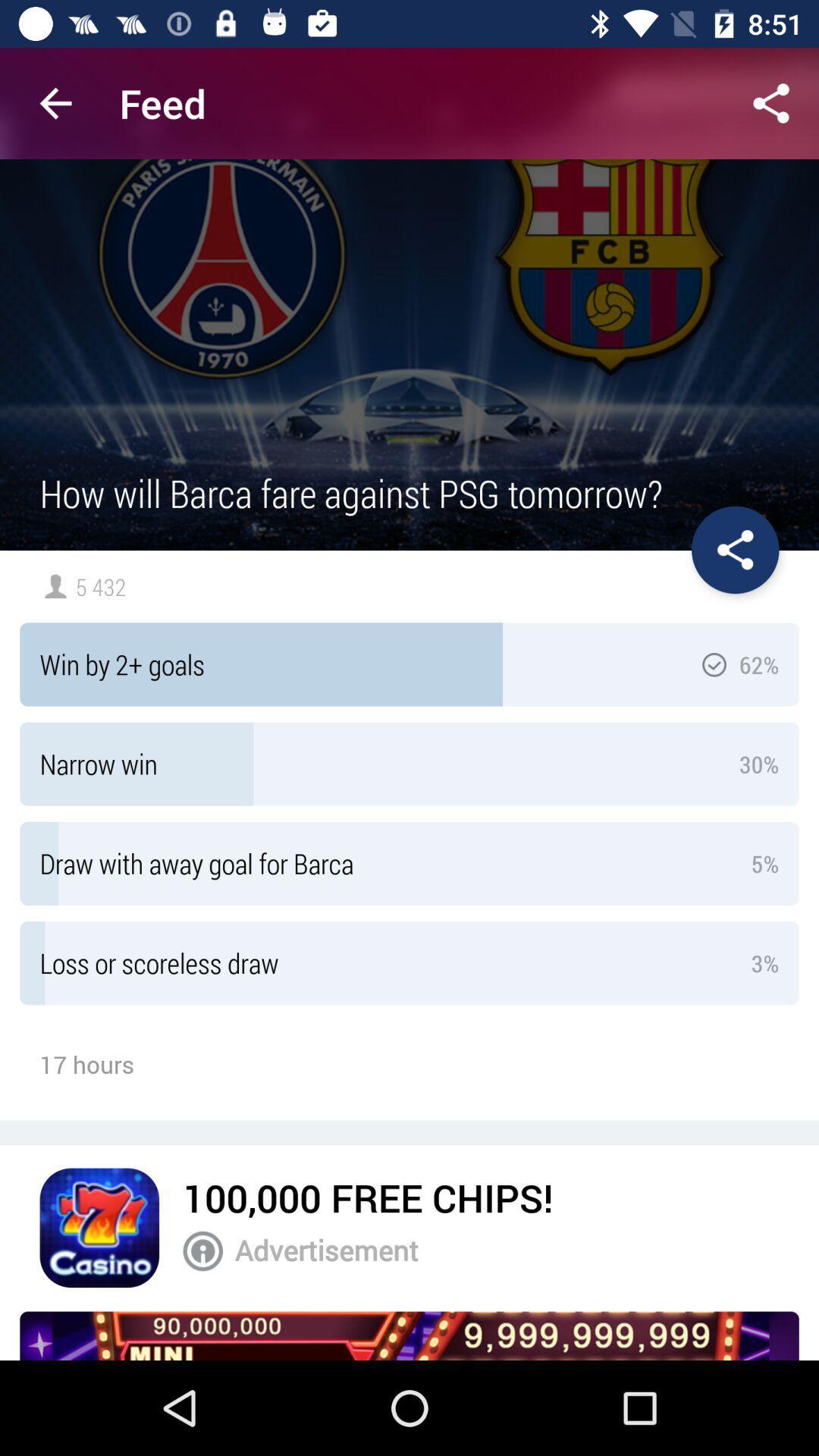 Image resolution: width=819 pixels, height=1456 pixels. Describe the element at coordinates (734, 549) in the screenshot. I see `the share icon` at that location.